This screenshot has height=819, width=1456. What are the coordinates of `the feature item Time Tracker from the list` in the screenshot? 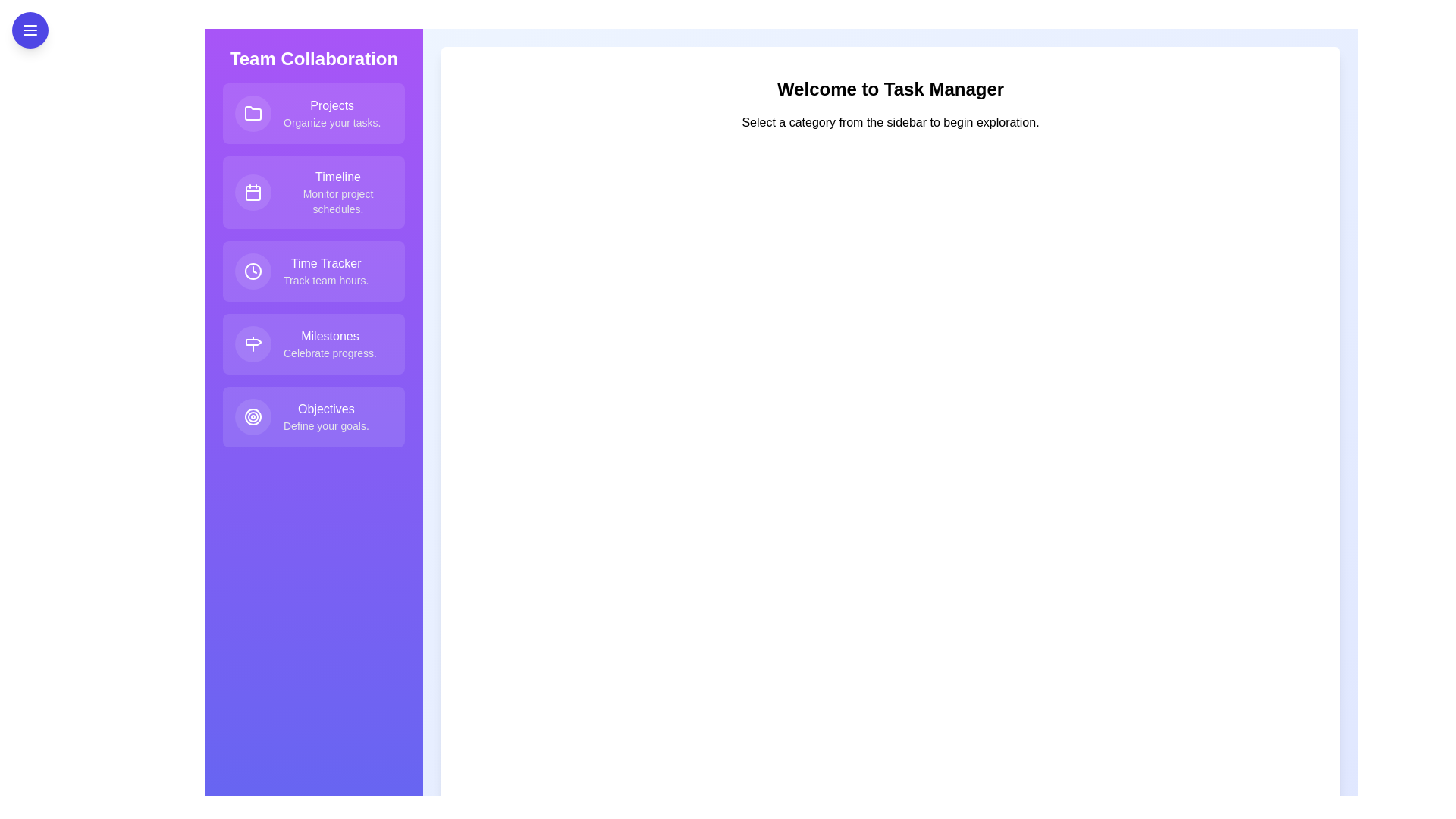 It's located at (312, 271).